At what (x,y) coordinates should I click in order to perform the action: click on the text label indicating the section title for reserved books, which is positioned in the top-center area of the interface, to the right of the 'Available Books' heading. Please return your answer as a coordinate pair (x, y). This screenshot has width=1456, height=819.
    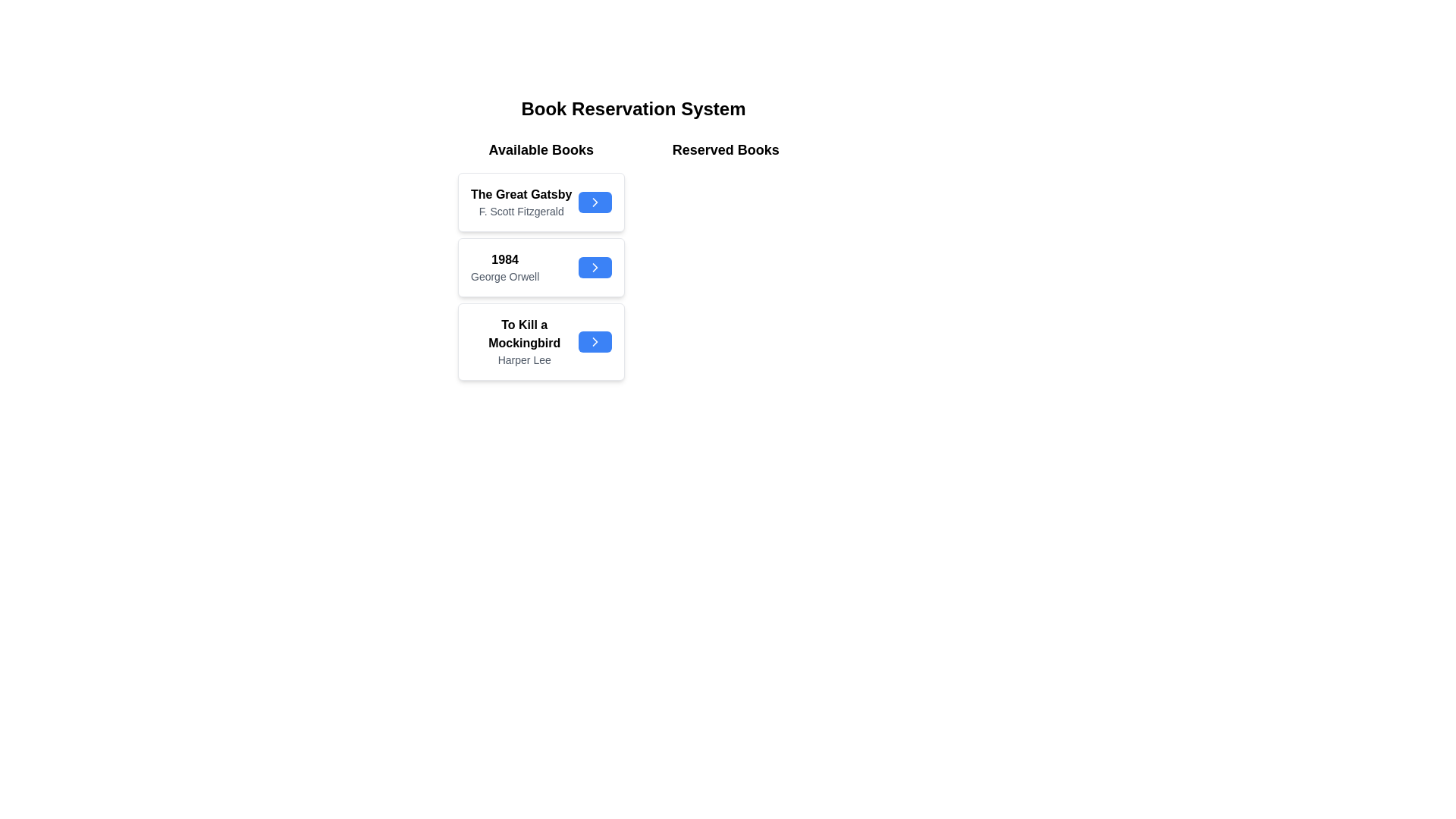
    Looking at the image, I should click on (725, 149).